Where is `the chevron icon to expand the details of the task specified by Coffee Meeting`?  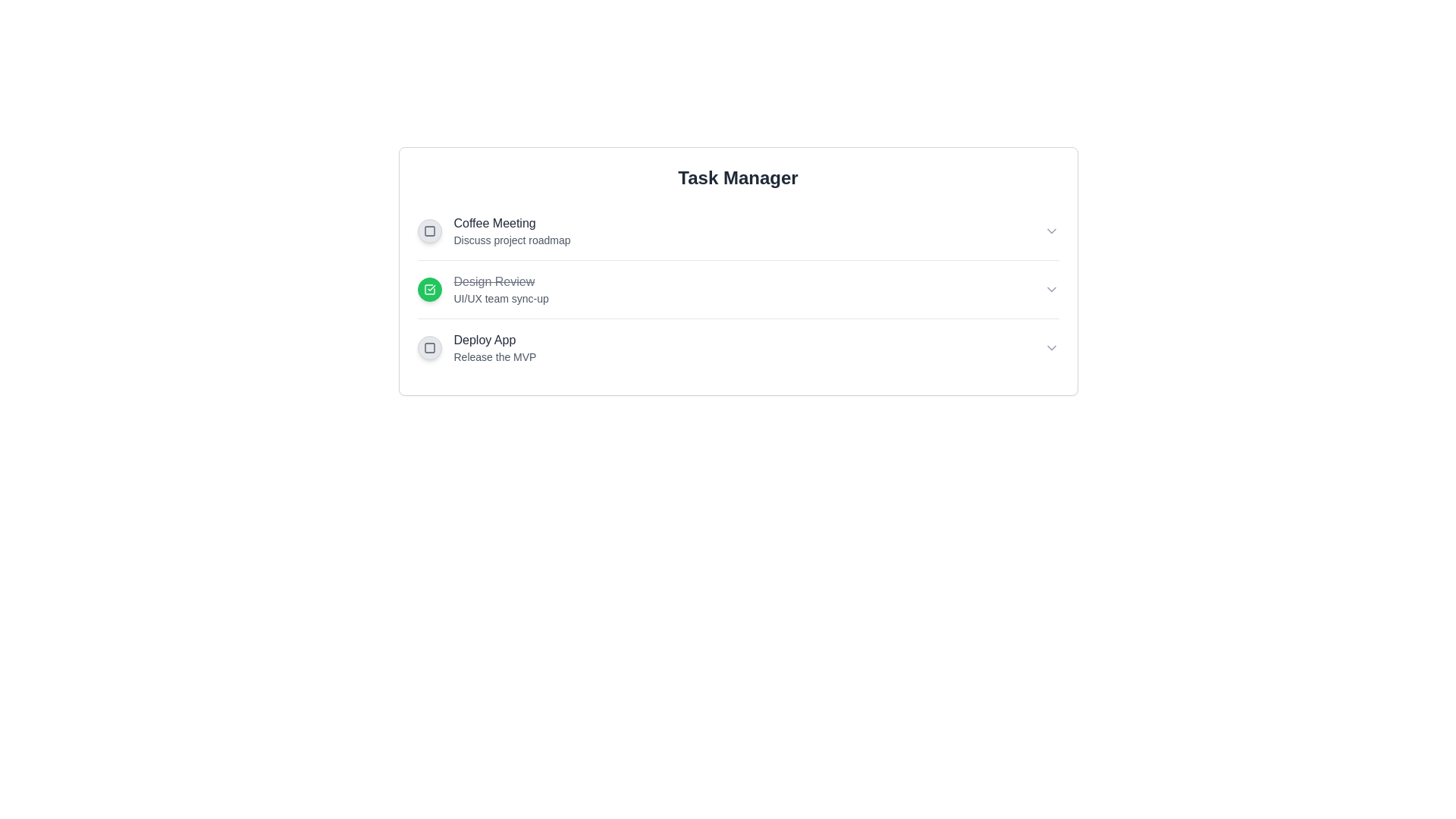
the chevron icon to expand the details of the task specified by Coffee Meeting is located at coordinates (1050, 231).